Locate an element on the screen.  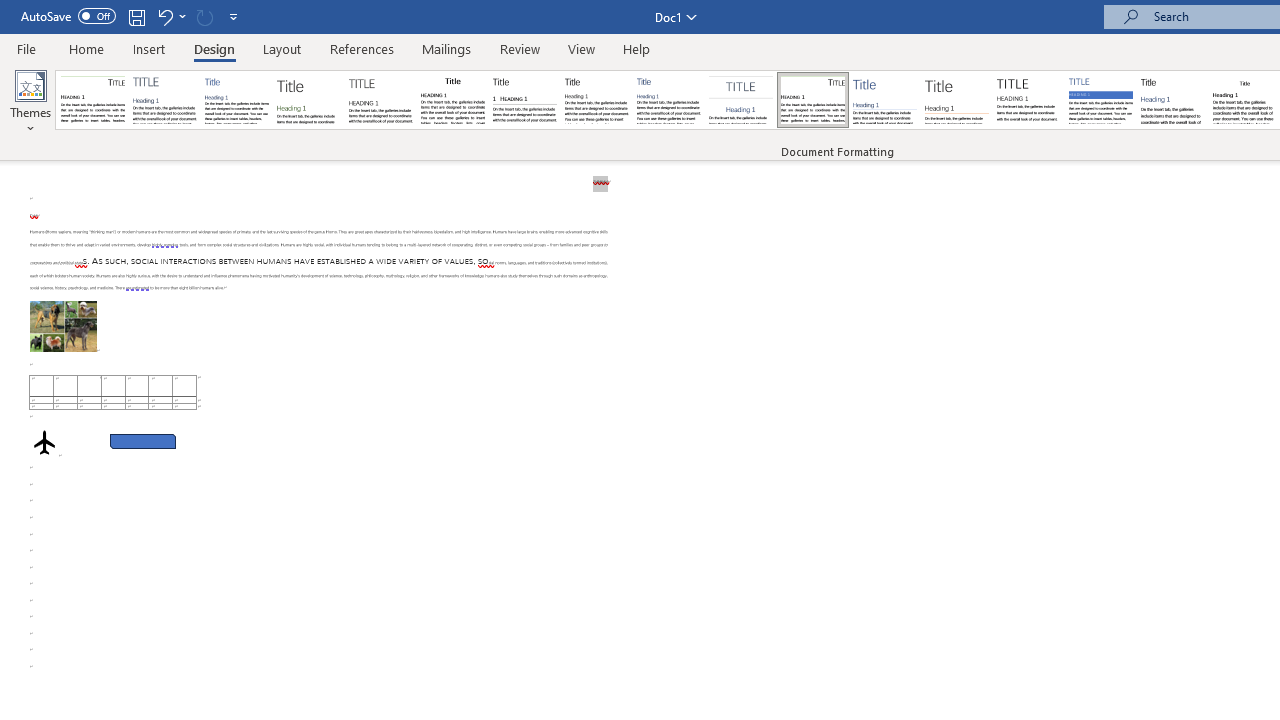
'Themes' is located at coordinates (30, 103).